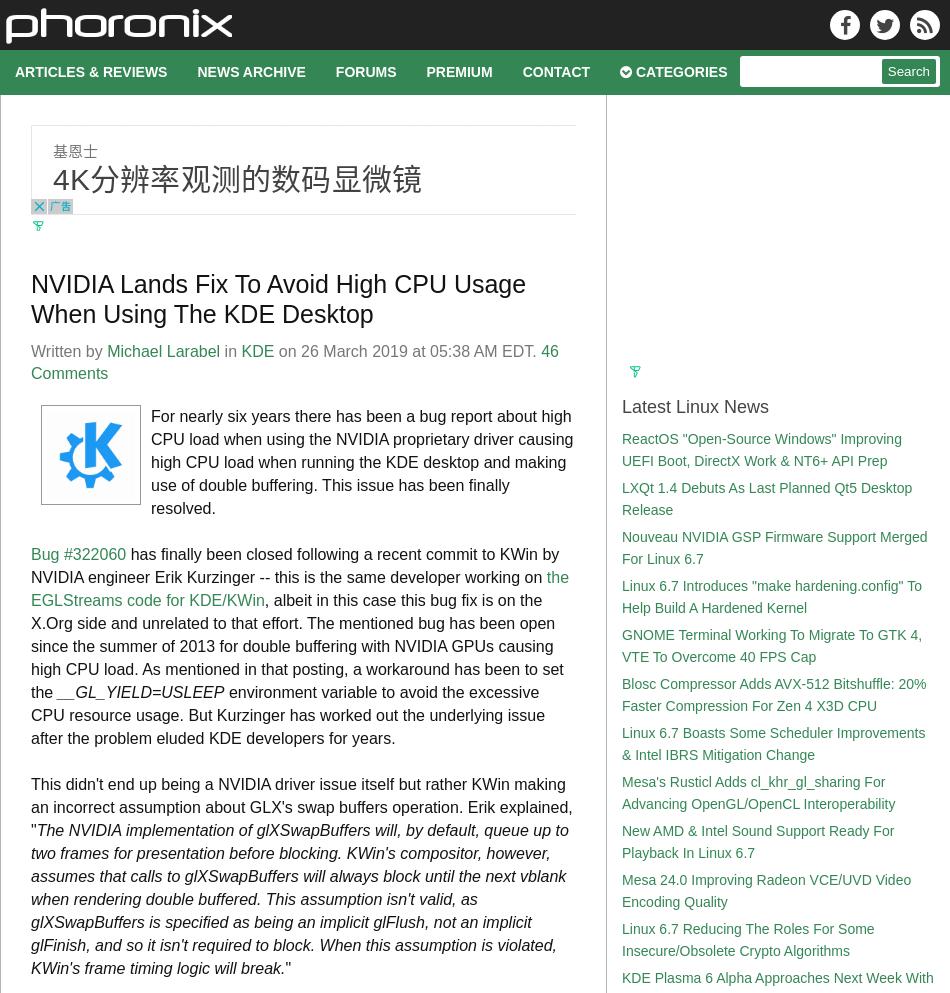 The width and height of the screenshot is (950, 993). Describe the element at coordinates (772, 694) in the screenshot. I see `'Blosc Compressor Adds AVX-512 Bitshuffle: 20% Faster Compression For Zen 4 X3D CPU'` at that location.